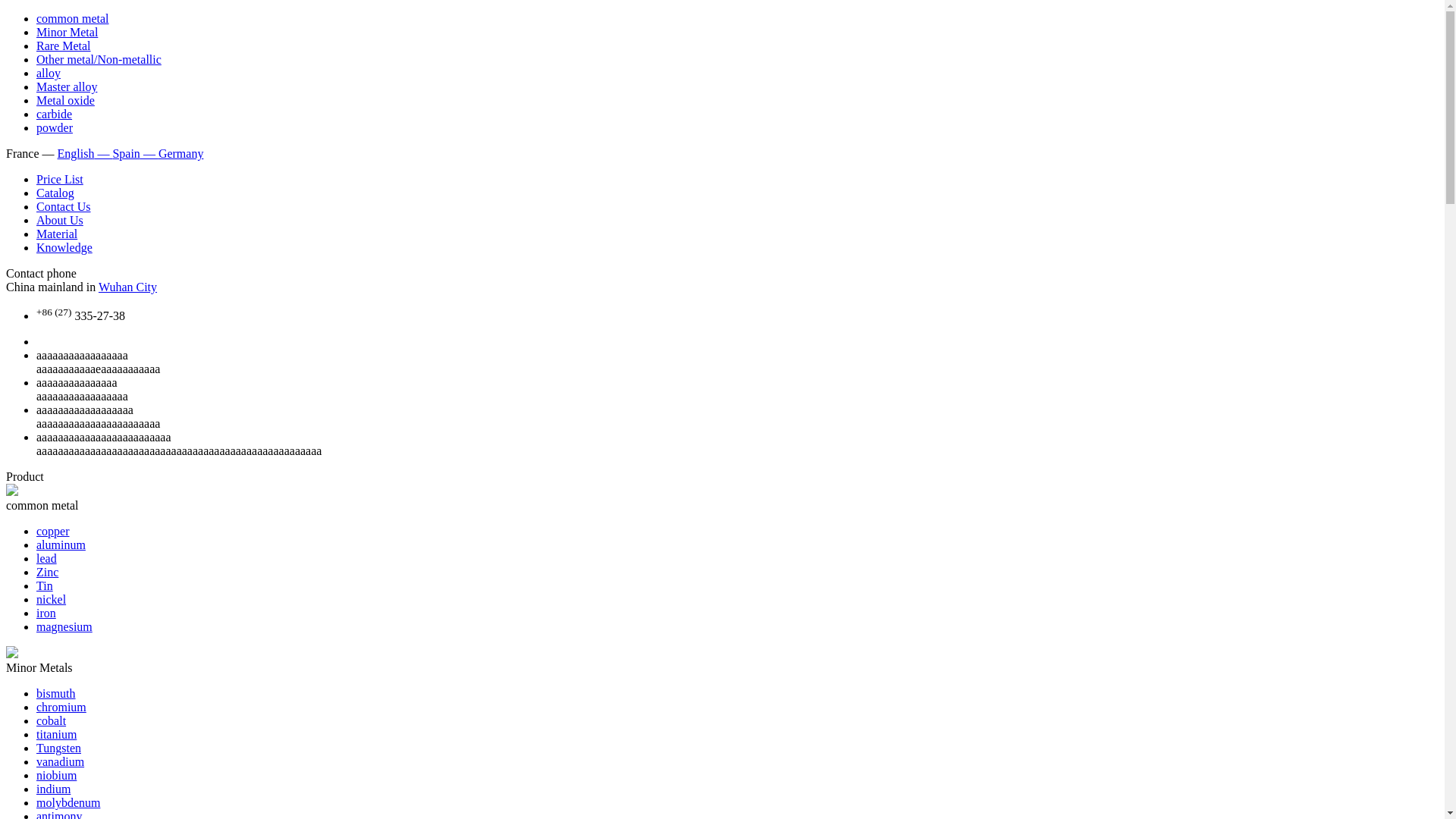  Describe the element at coordinates (46, 558) in the screenshot. I see `'lead'` at that location.